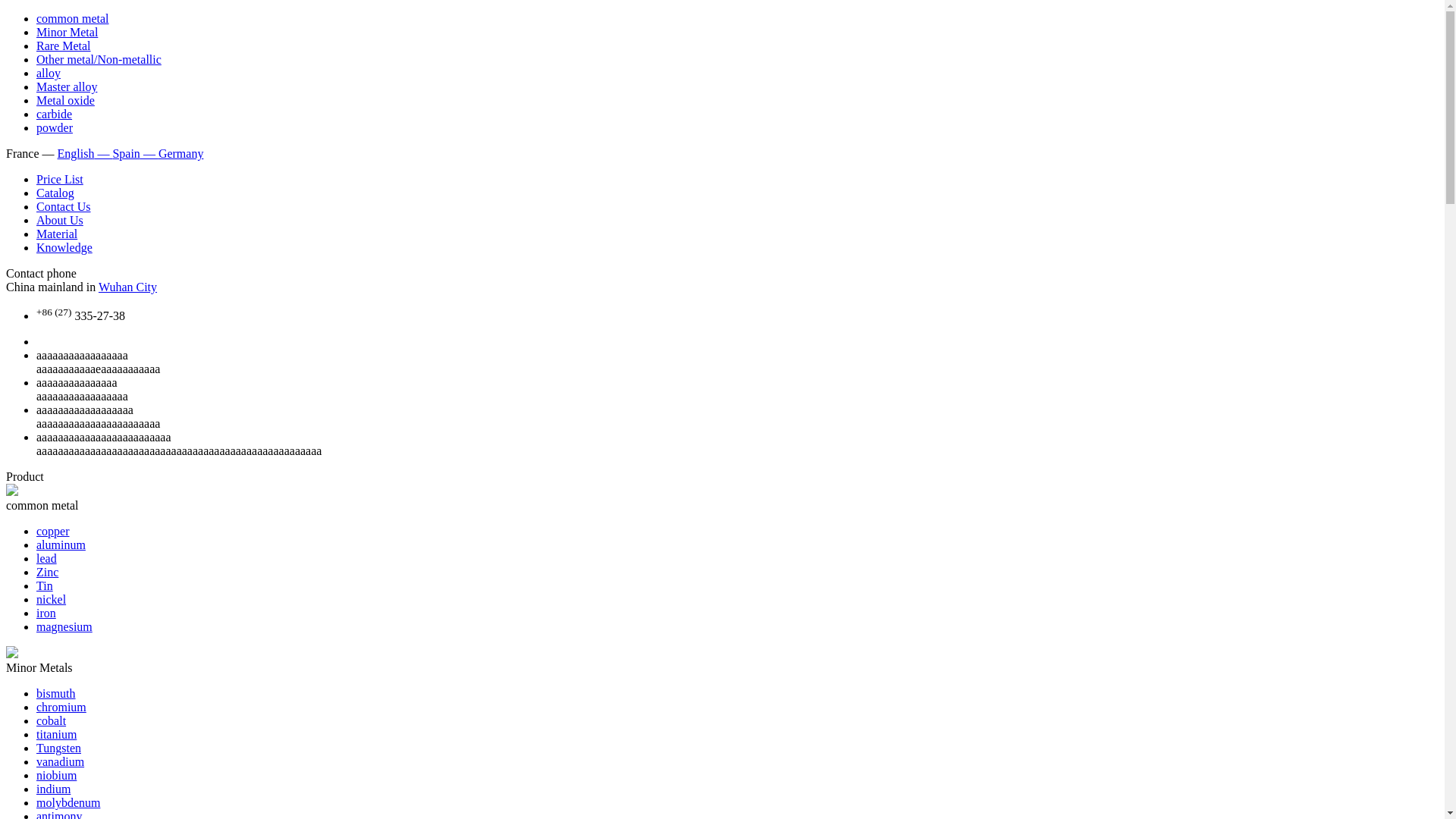  Describe the element at coordinates (46, 558) in the screenshot. I see `'lead'` at that location.